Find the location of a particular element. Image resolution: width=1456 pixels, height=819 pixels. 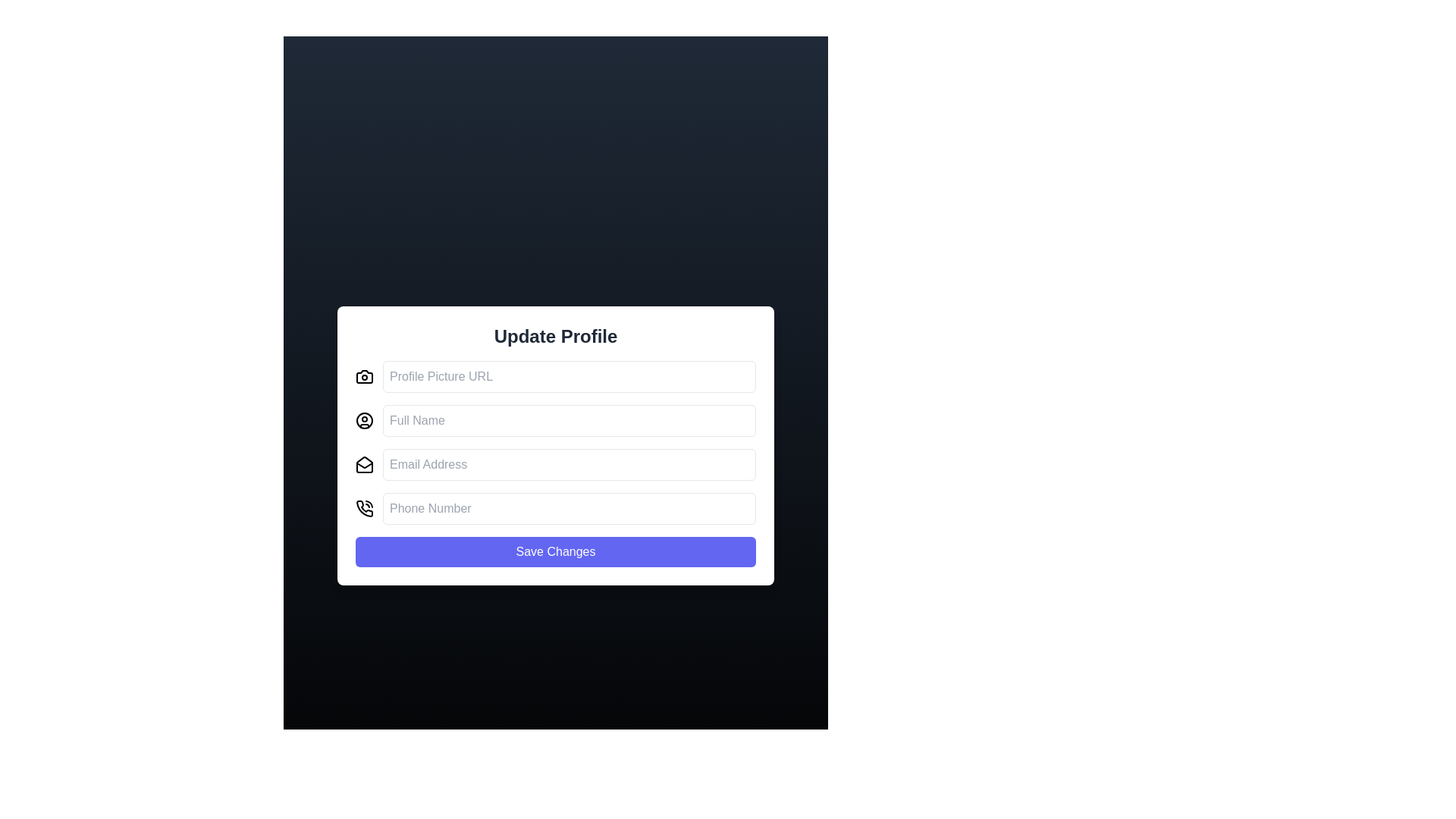

the camera icon that visually indicates the input field for the Profile Picture URL, located at the top-left corner of the input field is located at coordinates (364, 376).